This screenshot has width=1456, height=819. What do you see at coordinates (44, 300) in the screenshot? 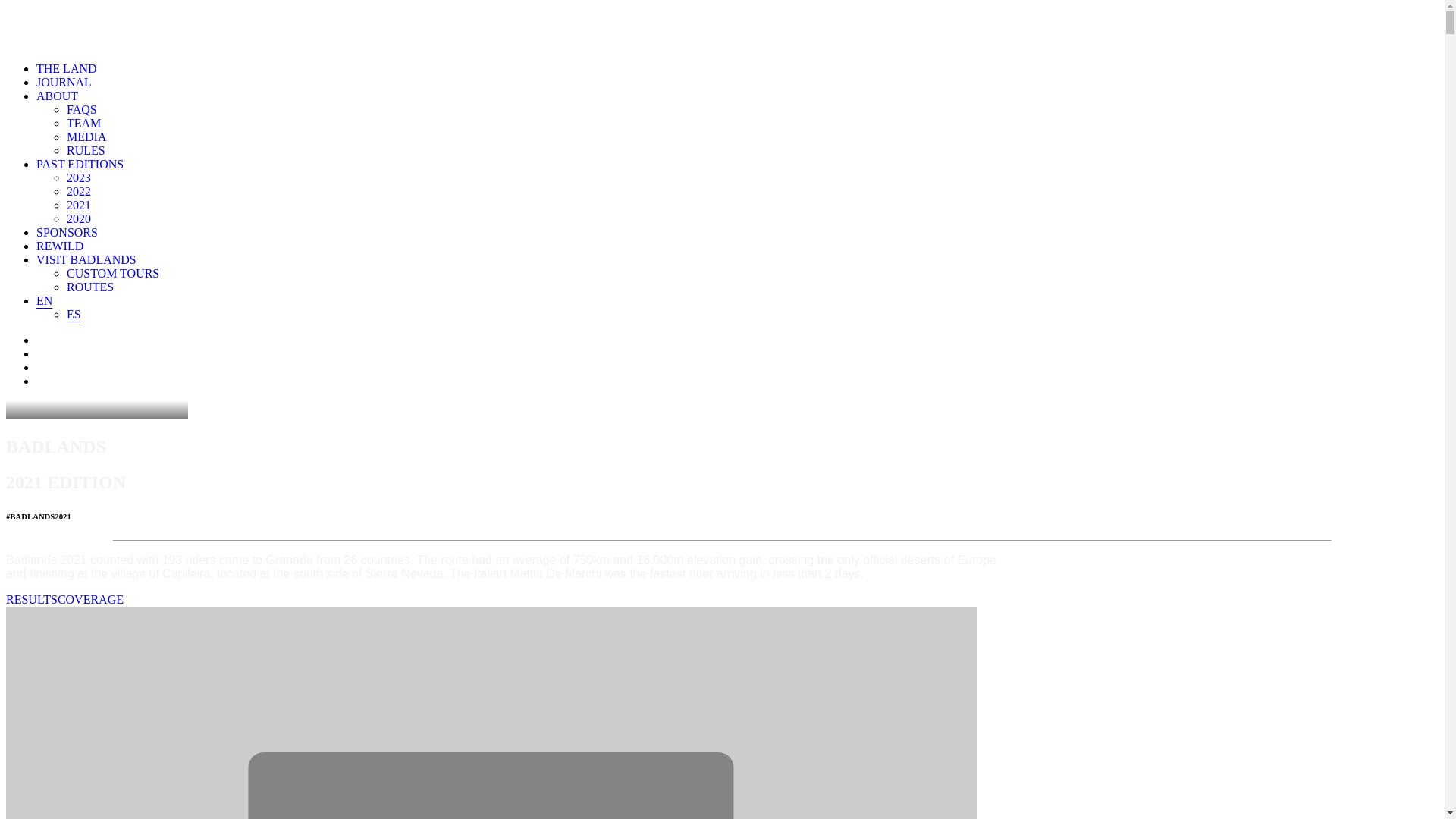
I see `'EN'` at bounding box center [44, 300].